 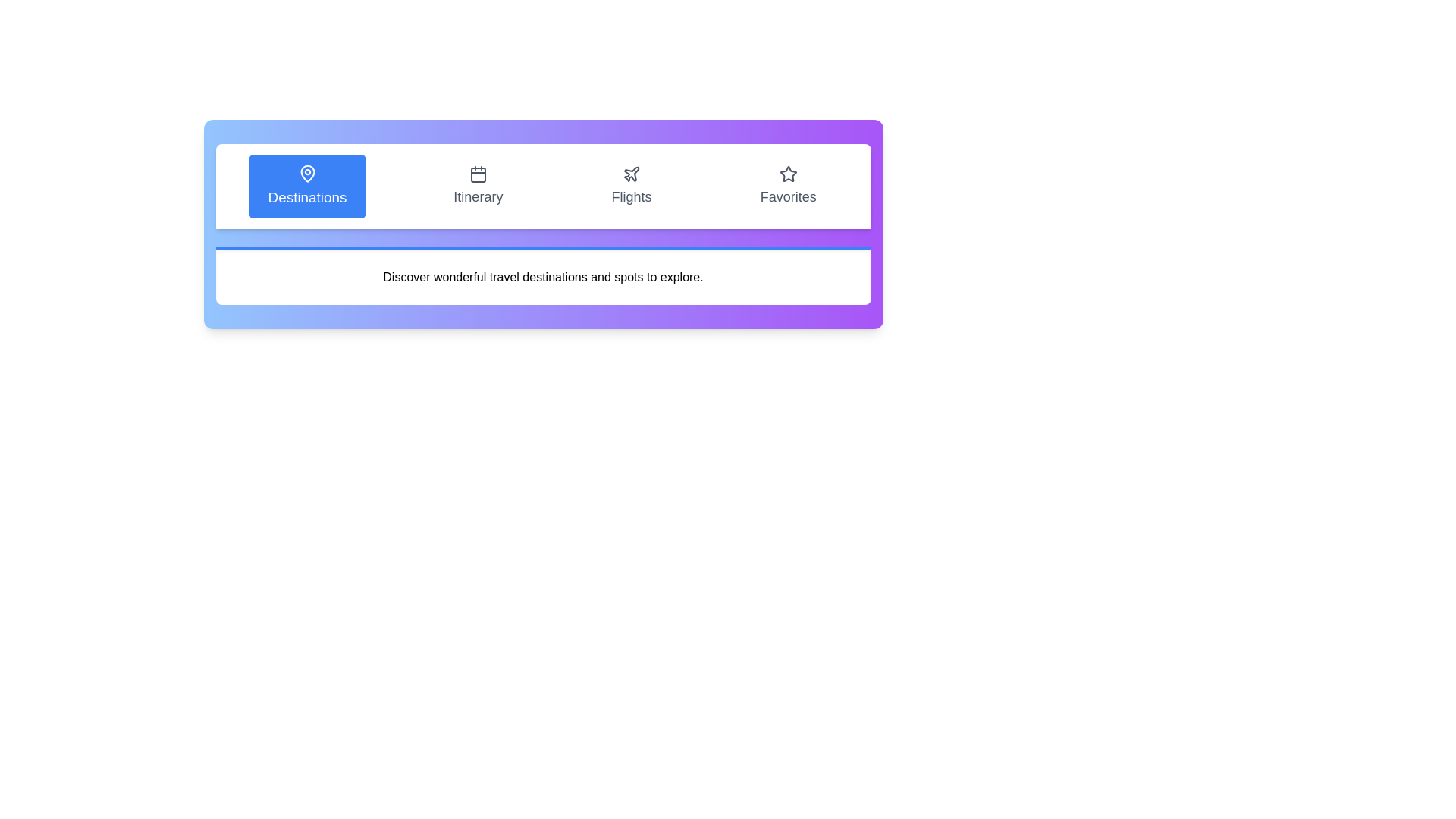 I want to click on the Flights tab to observe visual feedback, so click(x=632, y=186).